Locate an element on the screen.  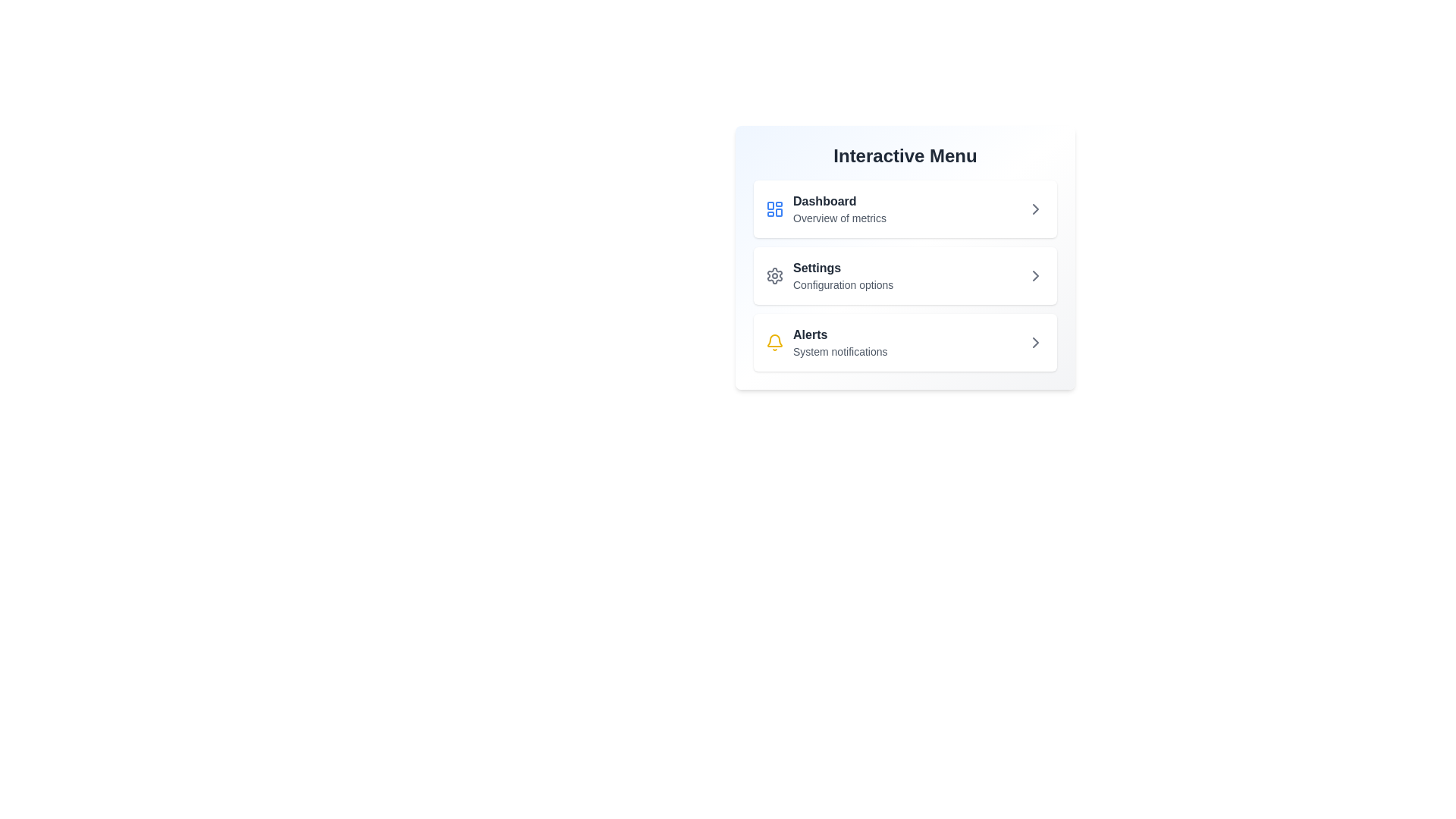
the third rectangular icon in the grid layout located in the bottom-right corner above the 'Dashboard' text is located at coordinates (779, 212).